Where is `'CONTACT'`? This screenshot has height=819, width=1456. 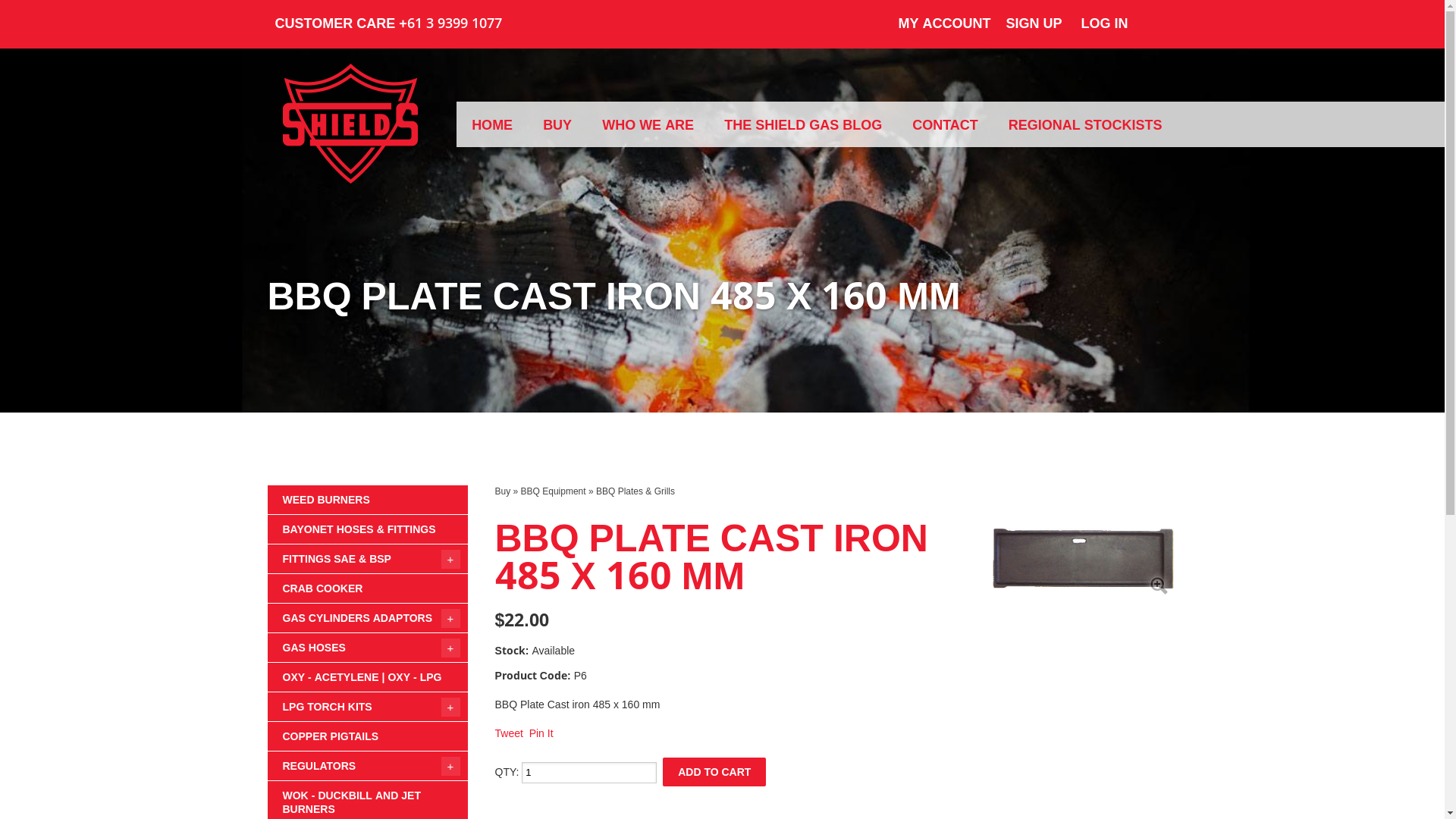
'CONTACT' is located at coordinates (944, 124).